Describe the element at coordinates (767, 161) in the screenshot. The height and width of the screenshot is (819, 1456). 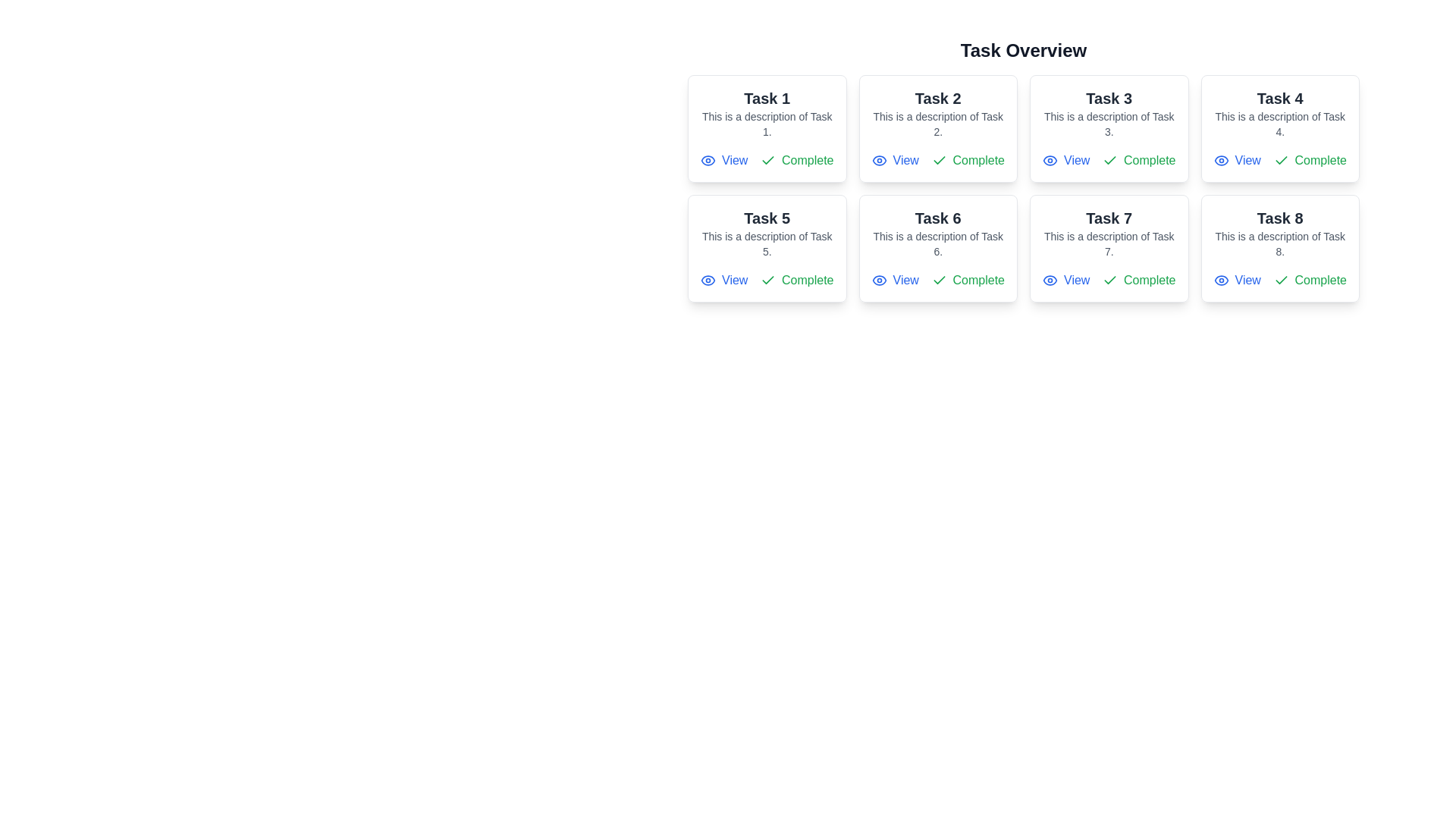
I see `the clickable action group containing 'View' and 'Complete' buttons located at the bottom of the 'Task 1' card layout` at that location.